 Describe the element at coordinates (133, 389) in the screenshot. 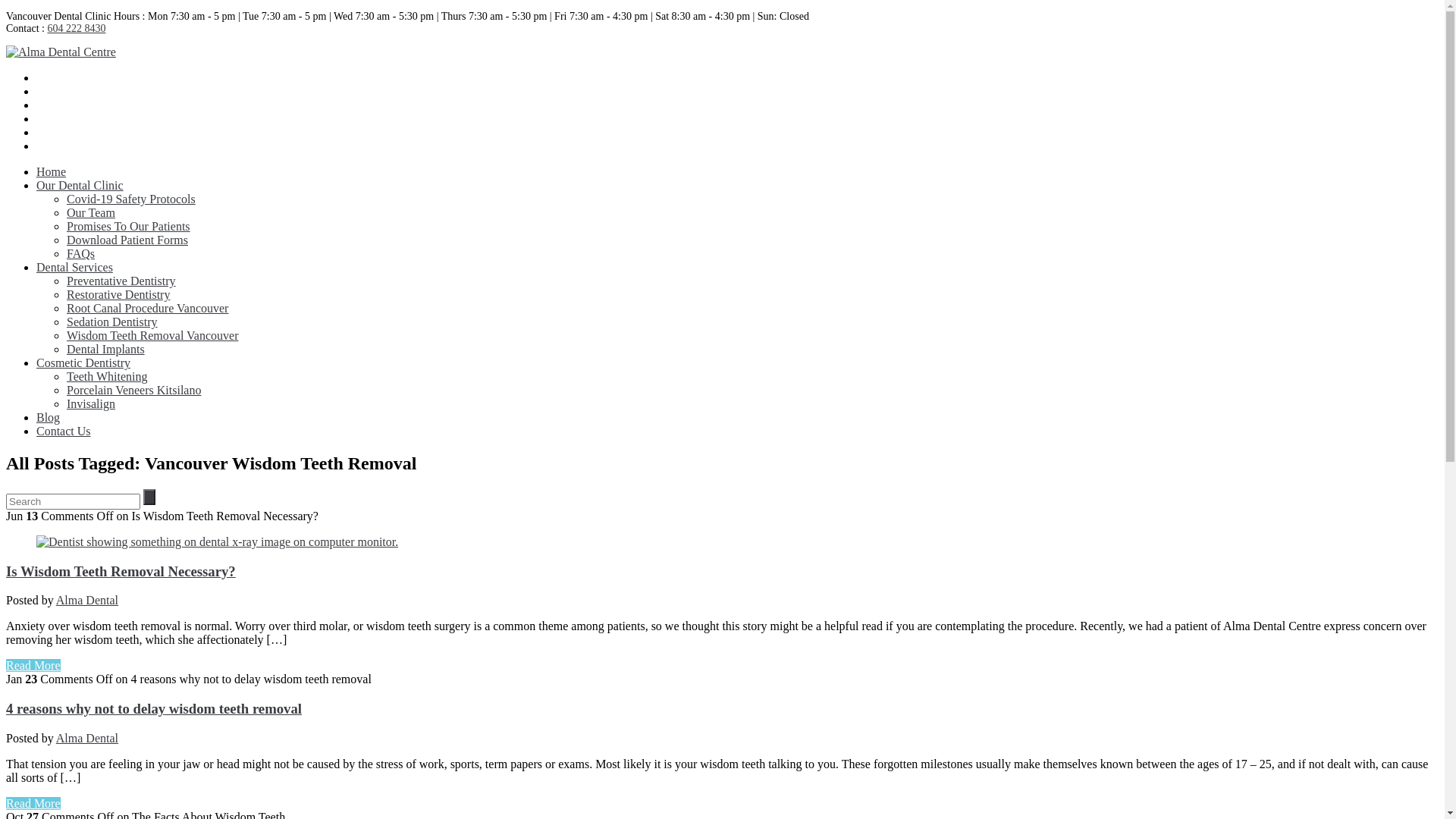

I see `'Porcelain Veneers Kitsilano'` at that location.